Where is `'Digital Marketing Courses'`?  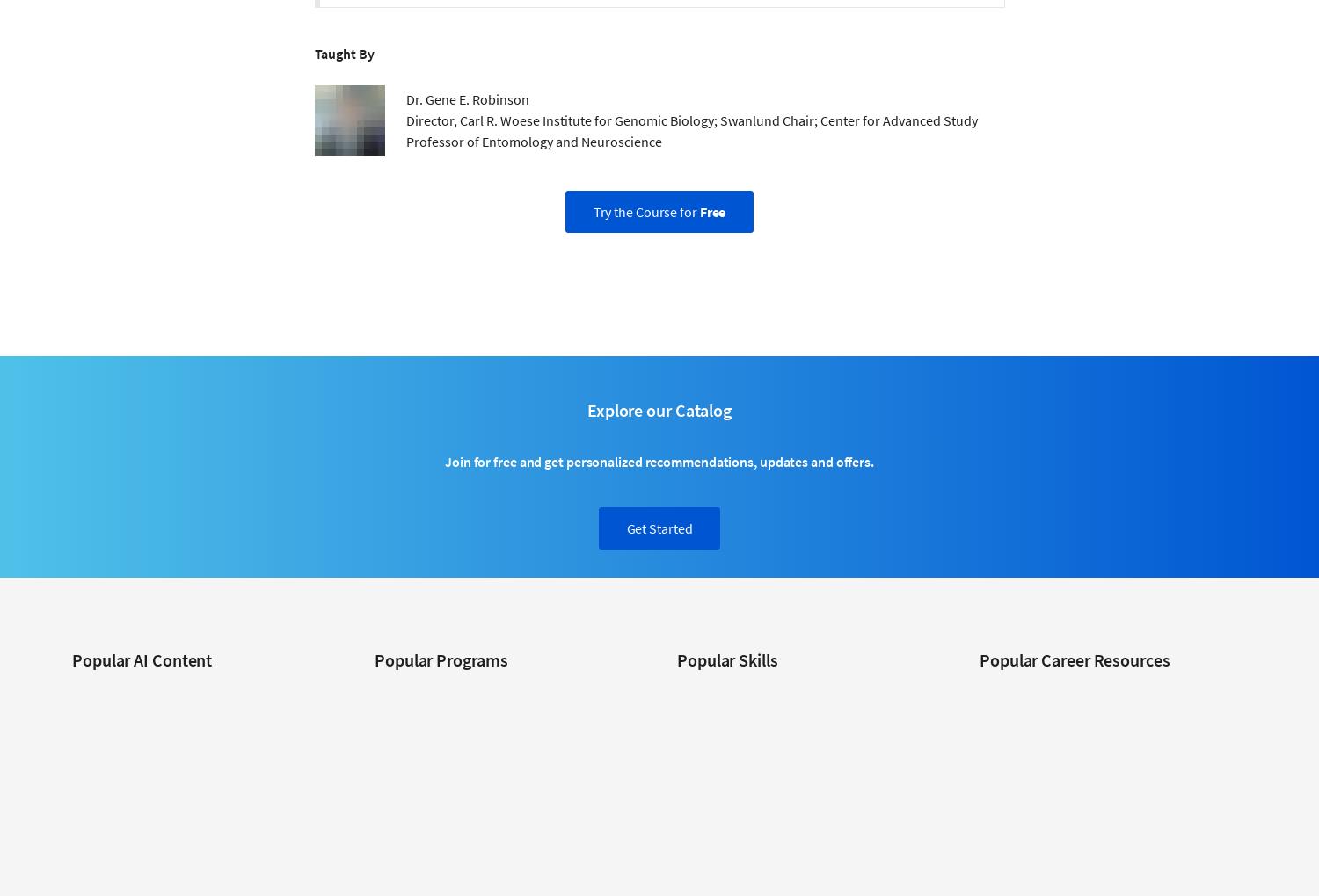 'Digital Marketing Courses' is located at coordinates (742, 769).